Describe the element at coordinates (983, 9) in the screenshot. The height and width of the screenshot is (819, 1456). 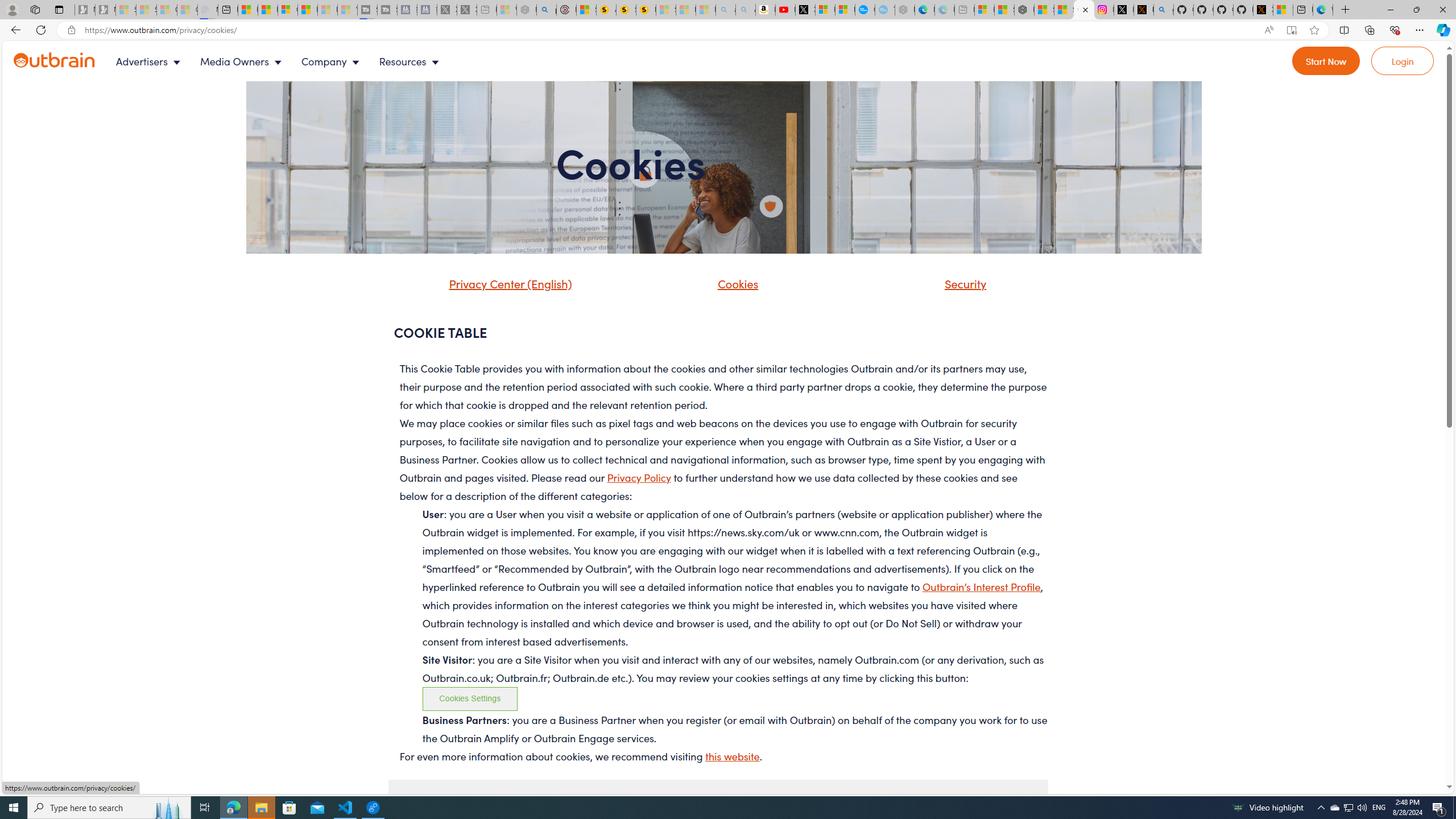
I see `'Microsoft account | Microsoft Account Privacy Settings'` at that location.